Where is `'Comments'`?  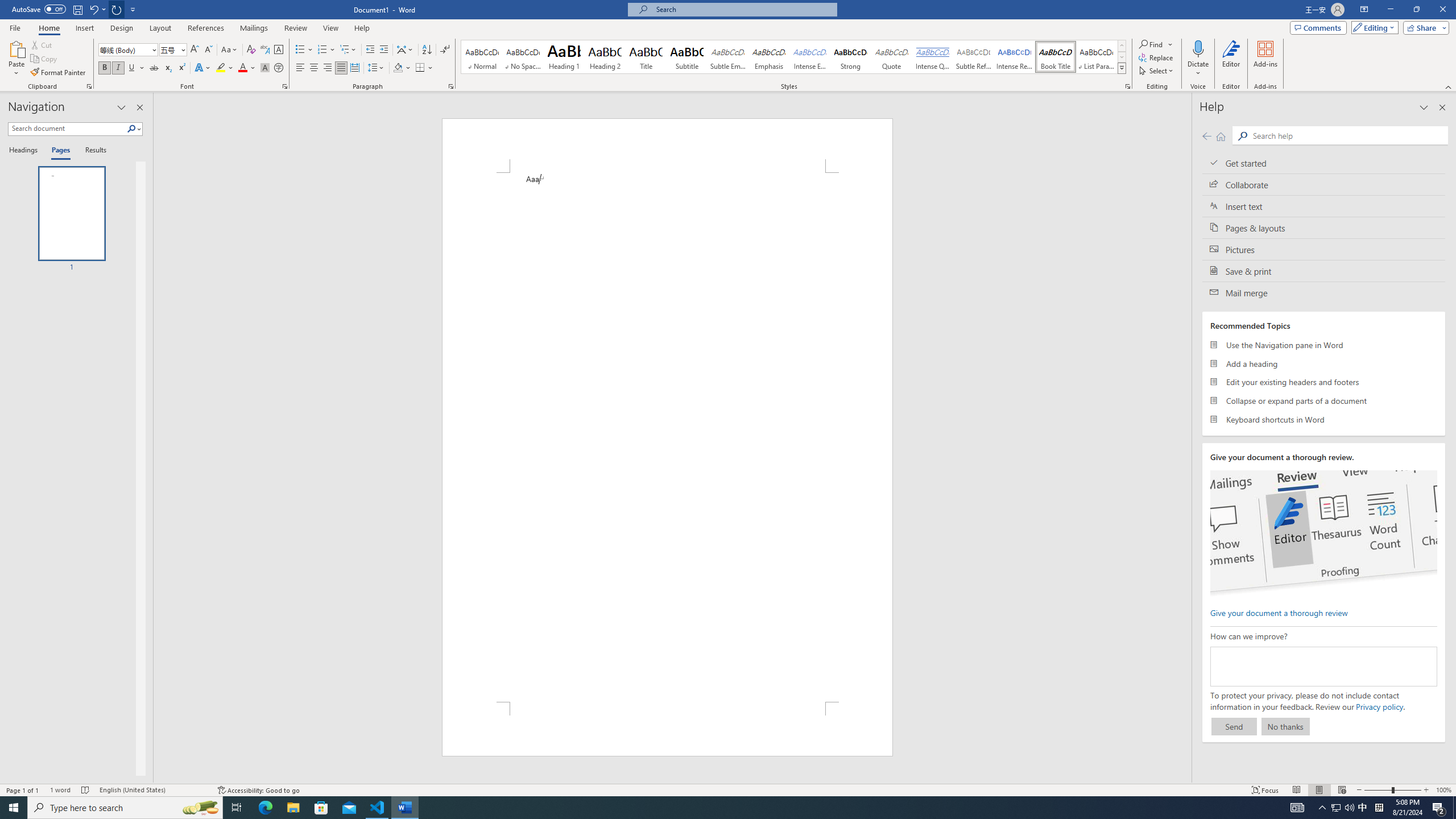 'Comments' is located at coordinates (1318, 27).